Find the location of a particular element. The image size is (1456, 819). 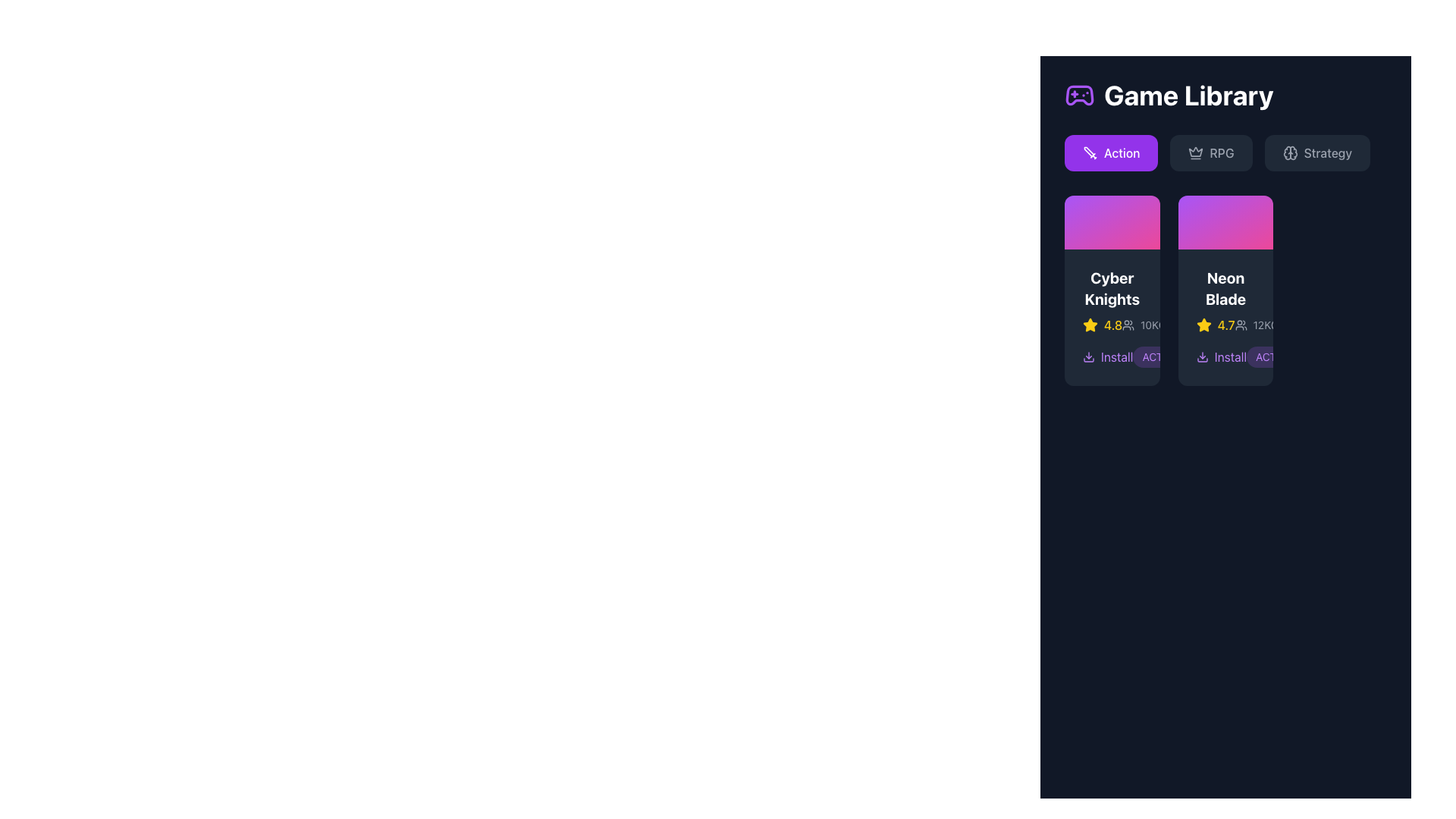

the button labeled 'RPG' with a crown icon is located at coordinates (1210, 152).